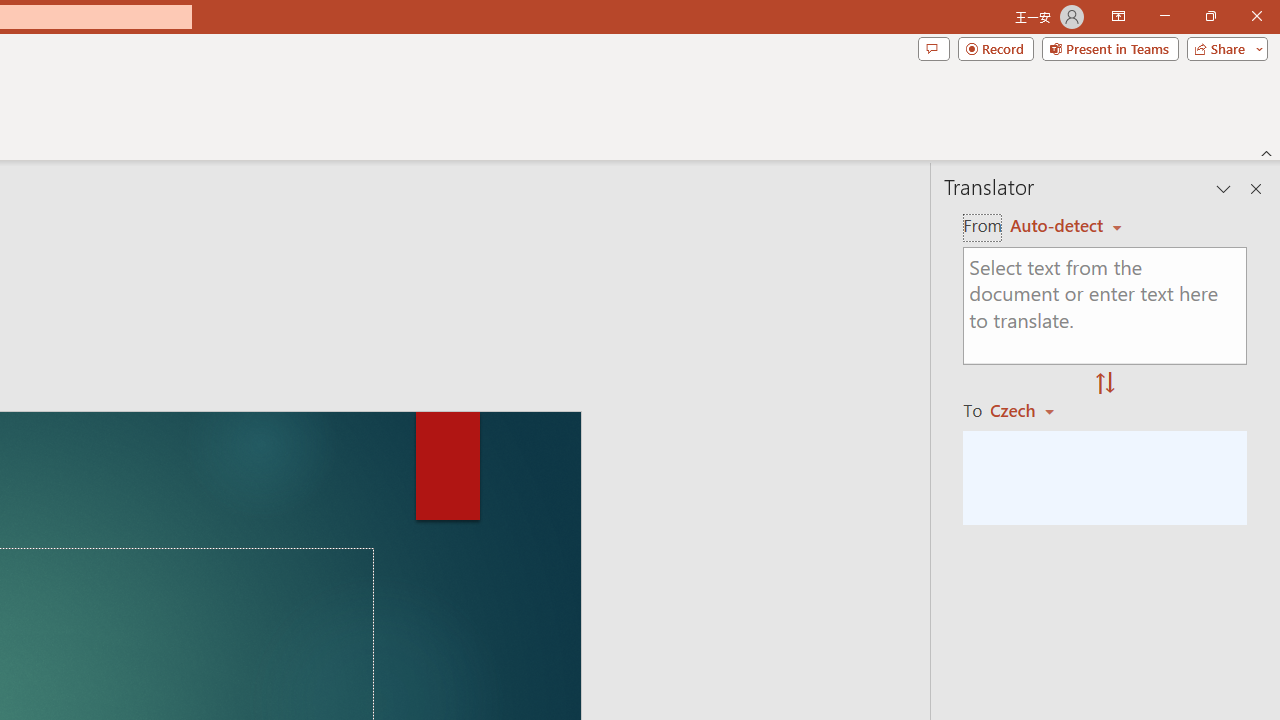  What do you see at coordinates (1031, 409) in the screenshot?
I see `'Czech'` at bounding box center [1031, 409].